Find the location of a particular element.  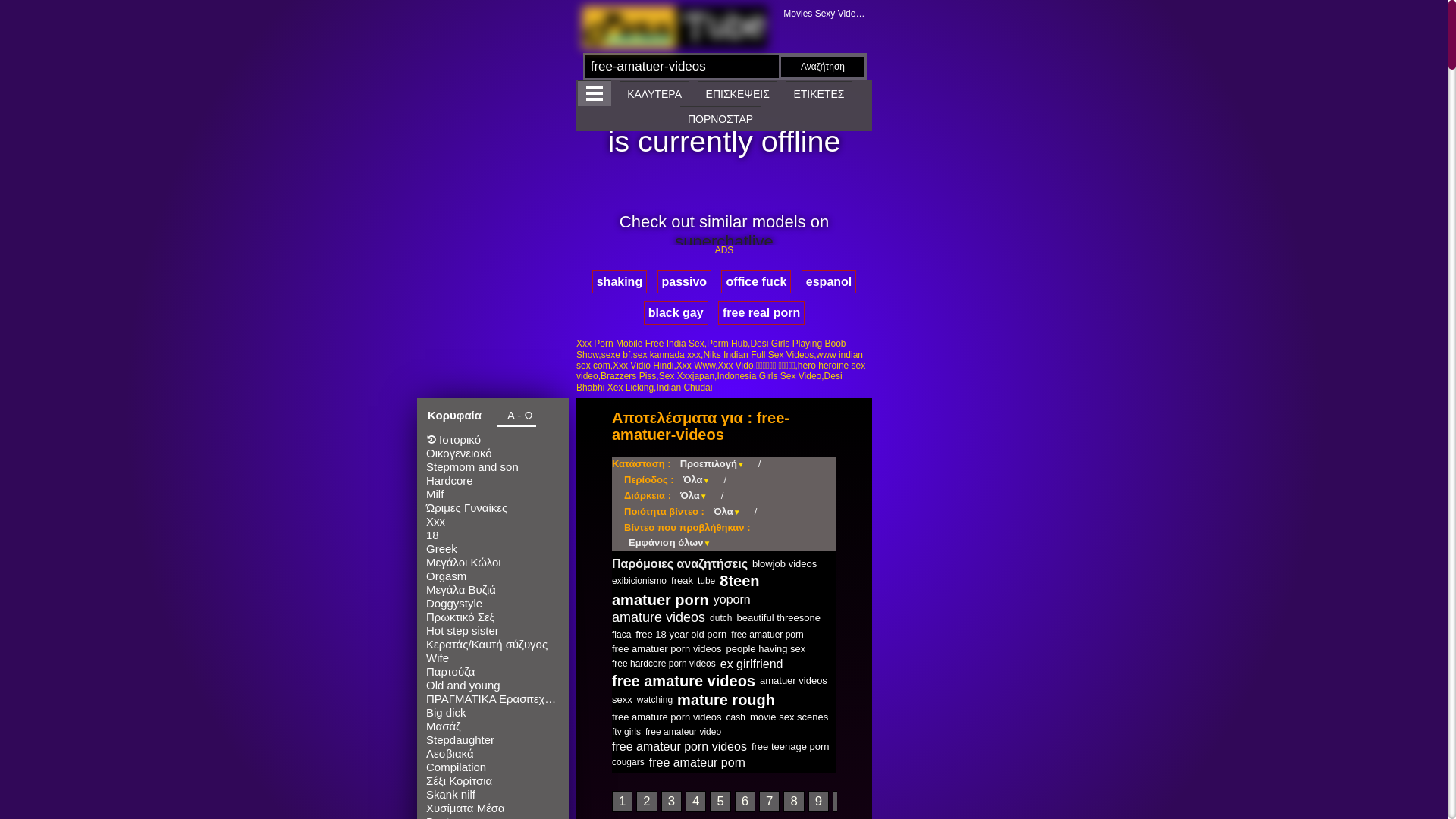

'Hardcore' is located at coordinates (492, 480).